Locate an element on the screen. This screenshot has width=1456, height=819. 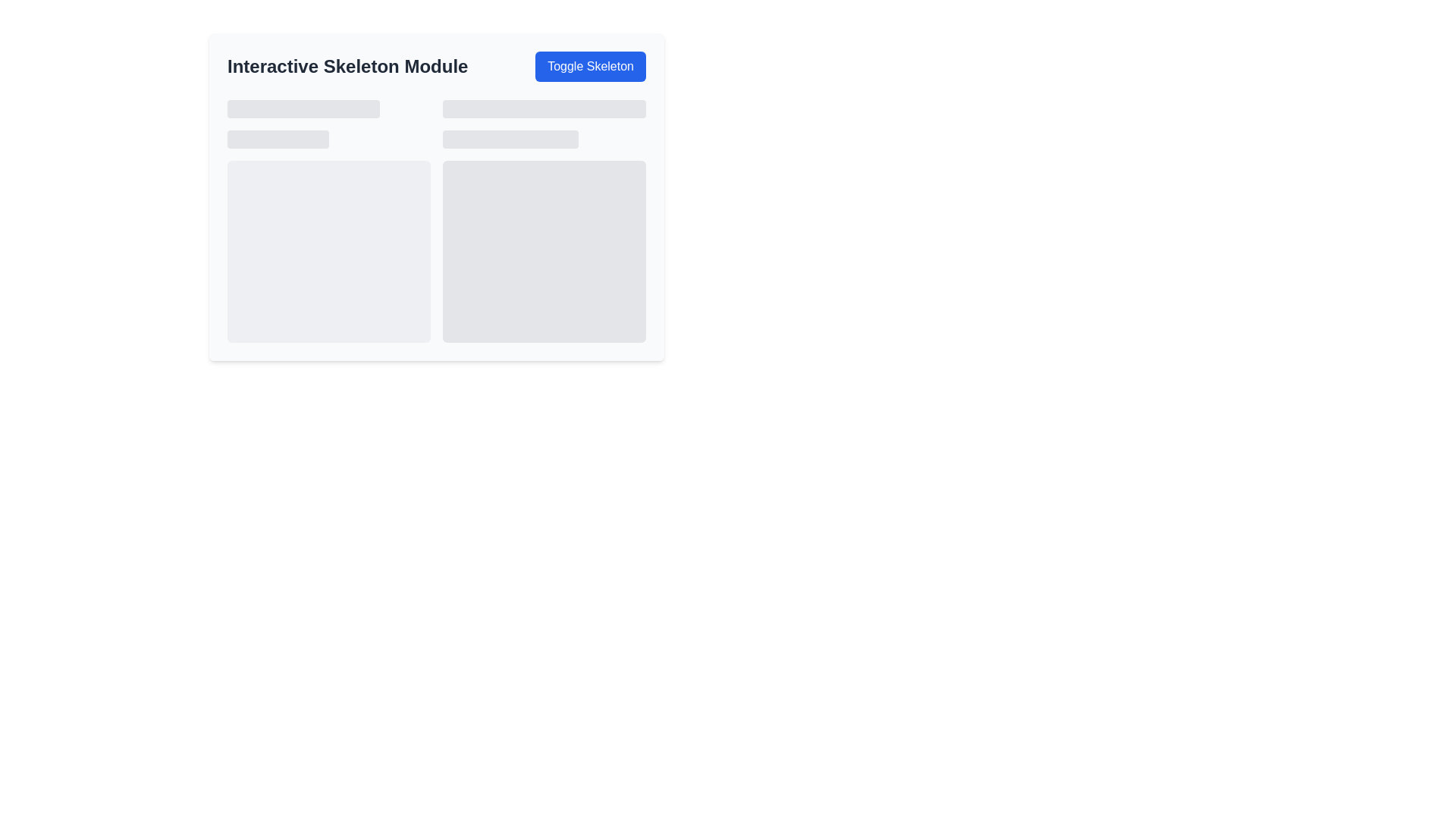
the button that toggles the visibility of the skeleton UI component in the upper-right corner of the 'Interactive Skeleton Module' to observe style changes is located at coordinates (590, 66).